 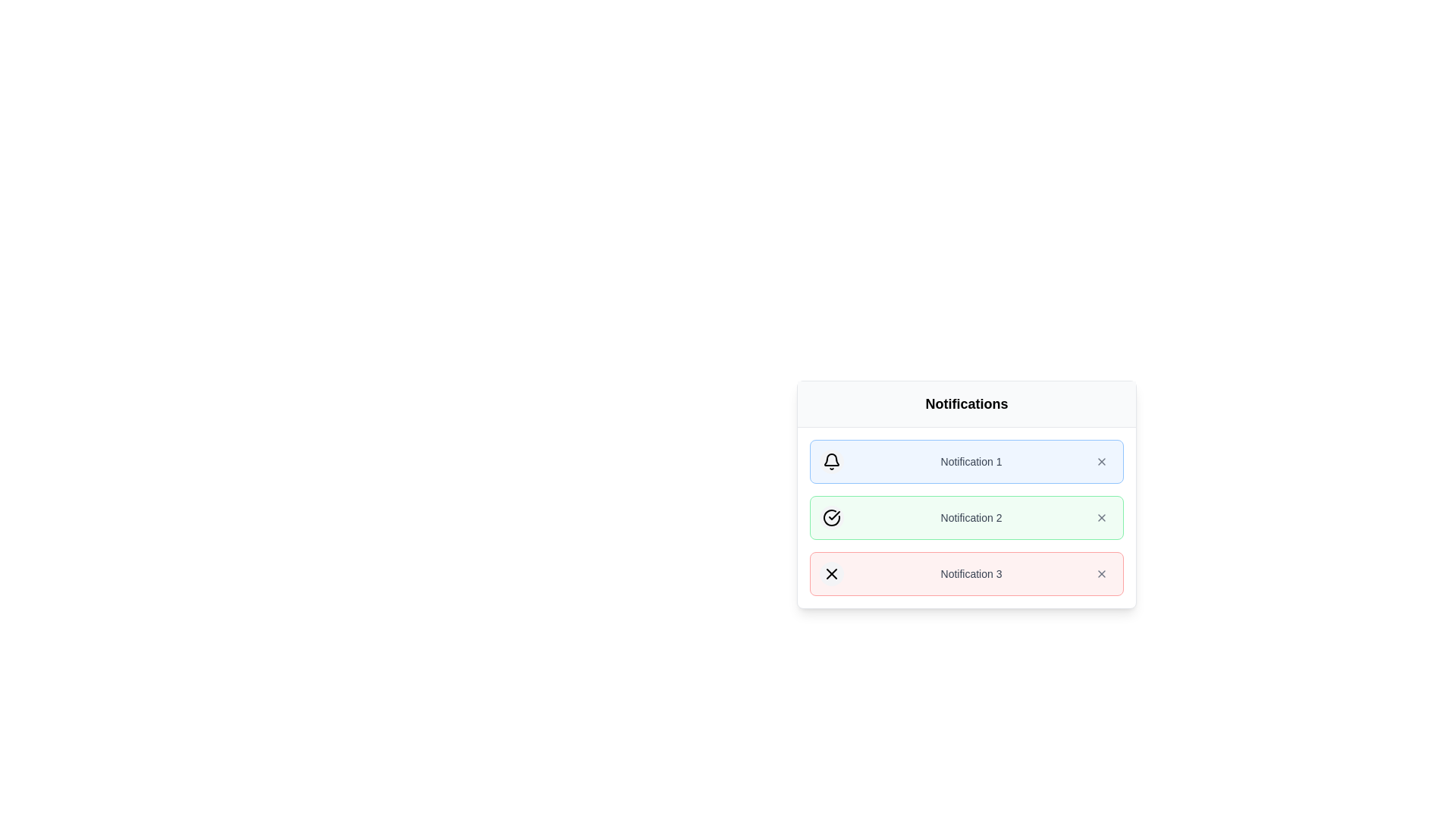 What do you see at coordinates (971, 573) in the screenshot?
I see `the text label in the third notification card that indicates the content or purpose of the notification, located centrally within the card` at bounding box center [971, 573].